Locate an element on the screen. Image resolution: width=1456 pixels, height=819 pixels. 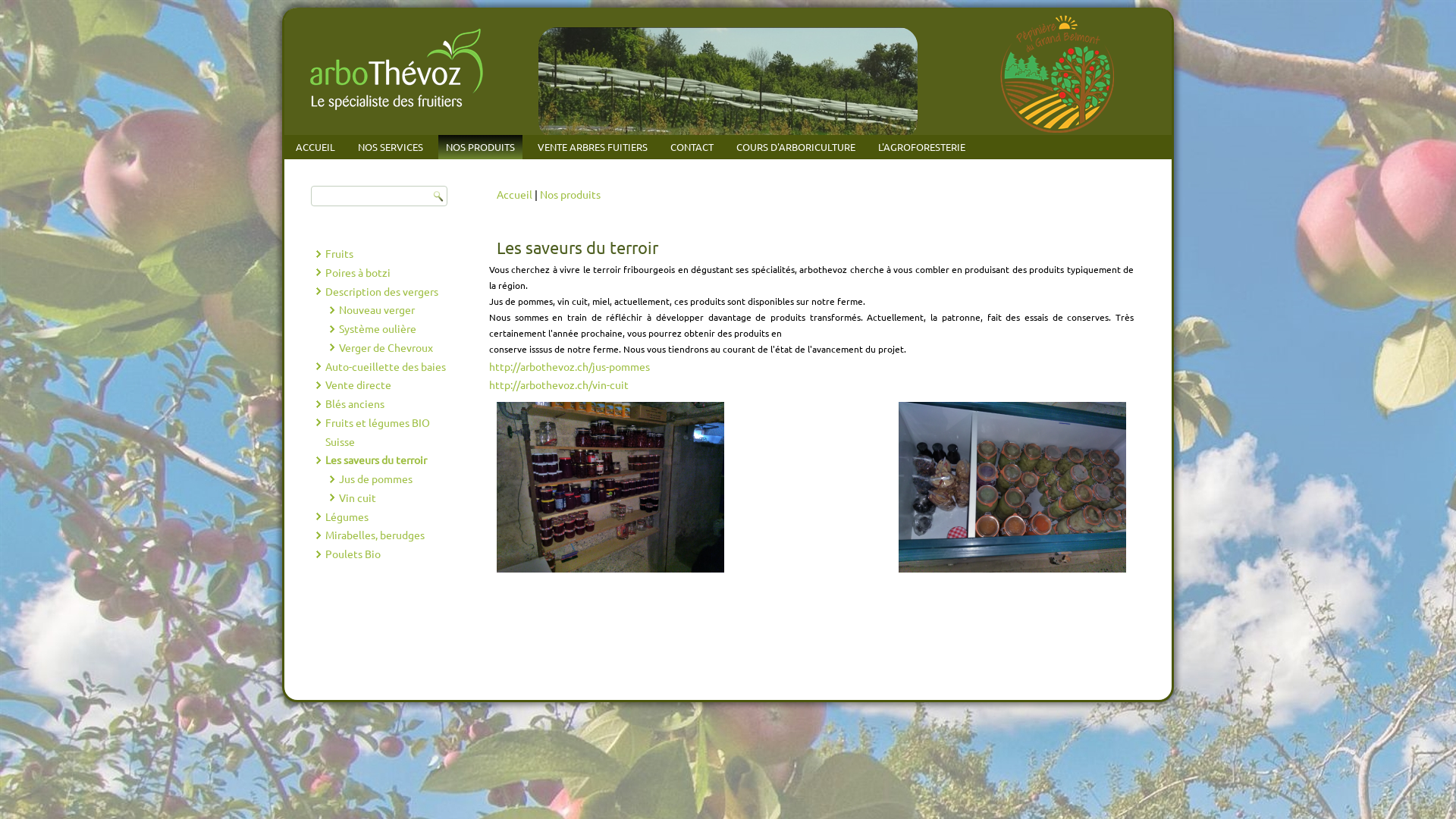
'L'AGROFORESTERIE' is located at coordinates (921, 146).